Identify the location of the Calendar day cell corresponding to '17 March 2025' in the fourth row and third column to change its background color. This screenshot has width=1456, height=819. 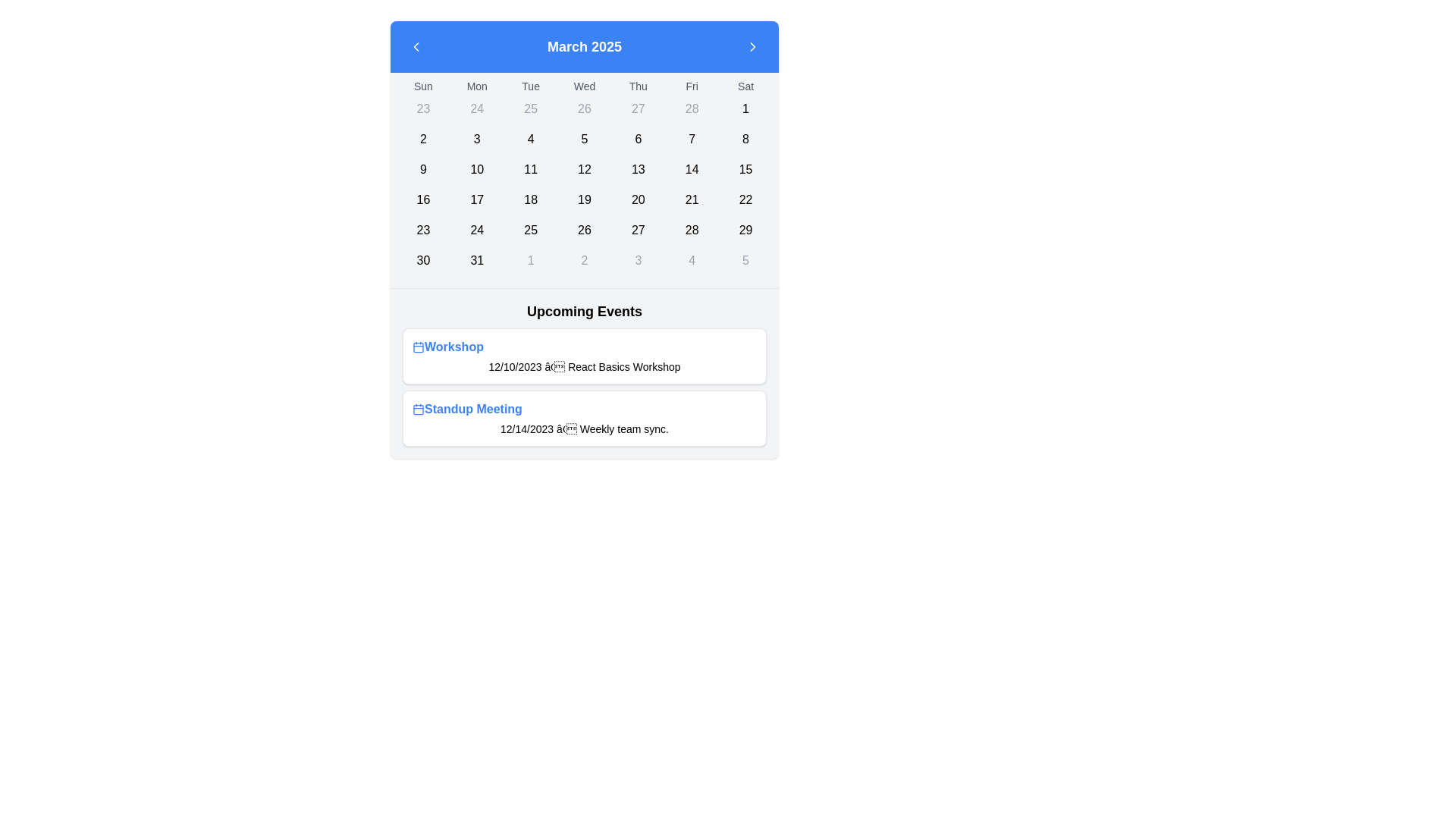
(476, 199).